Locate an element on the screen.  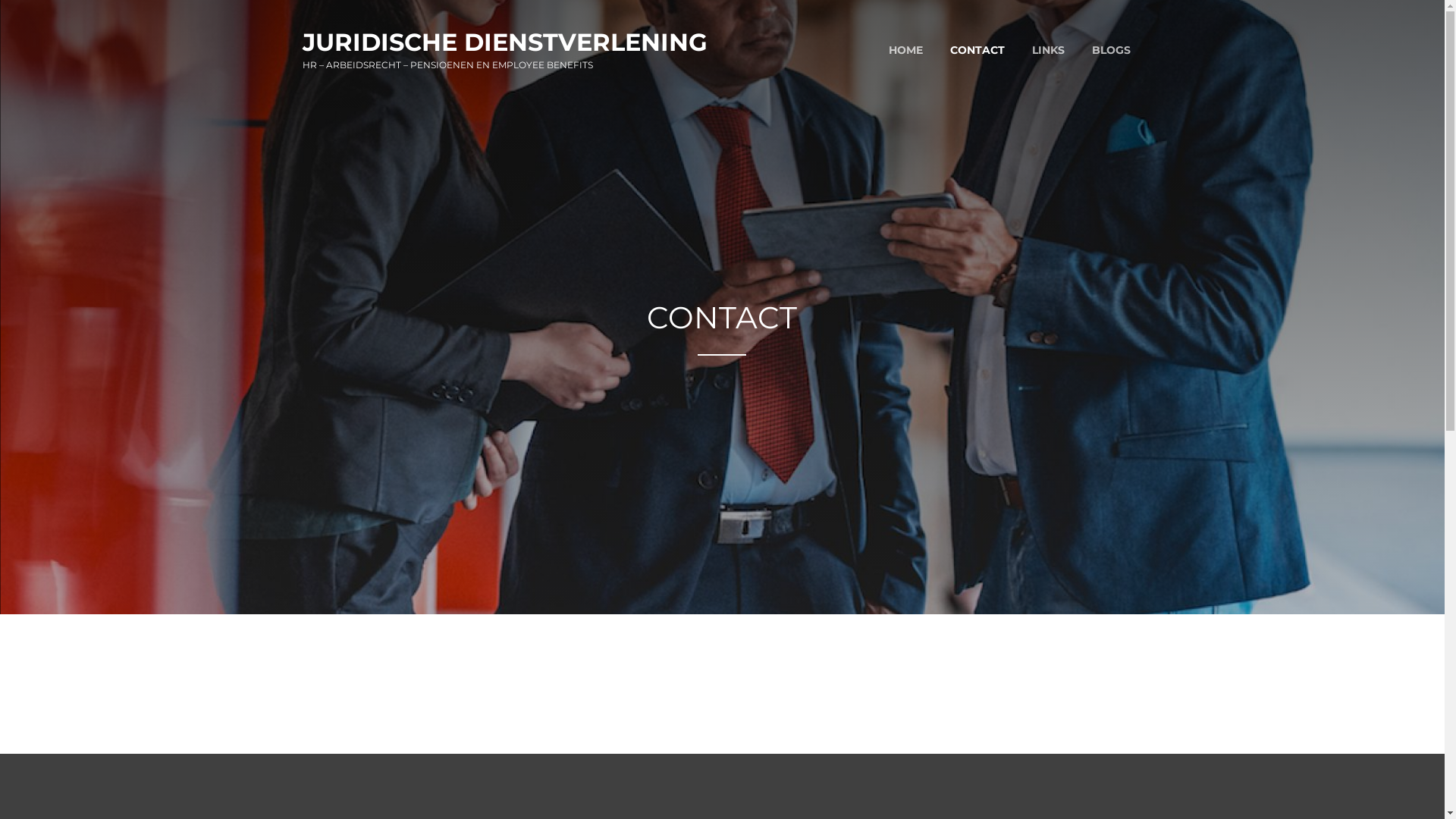
'LINKS' is located at coordinates (1046, 49).